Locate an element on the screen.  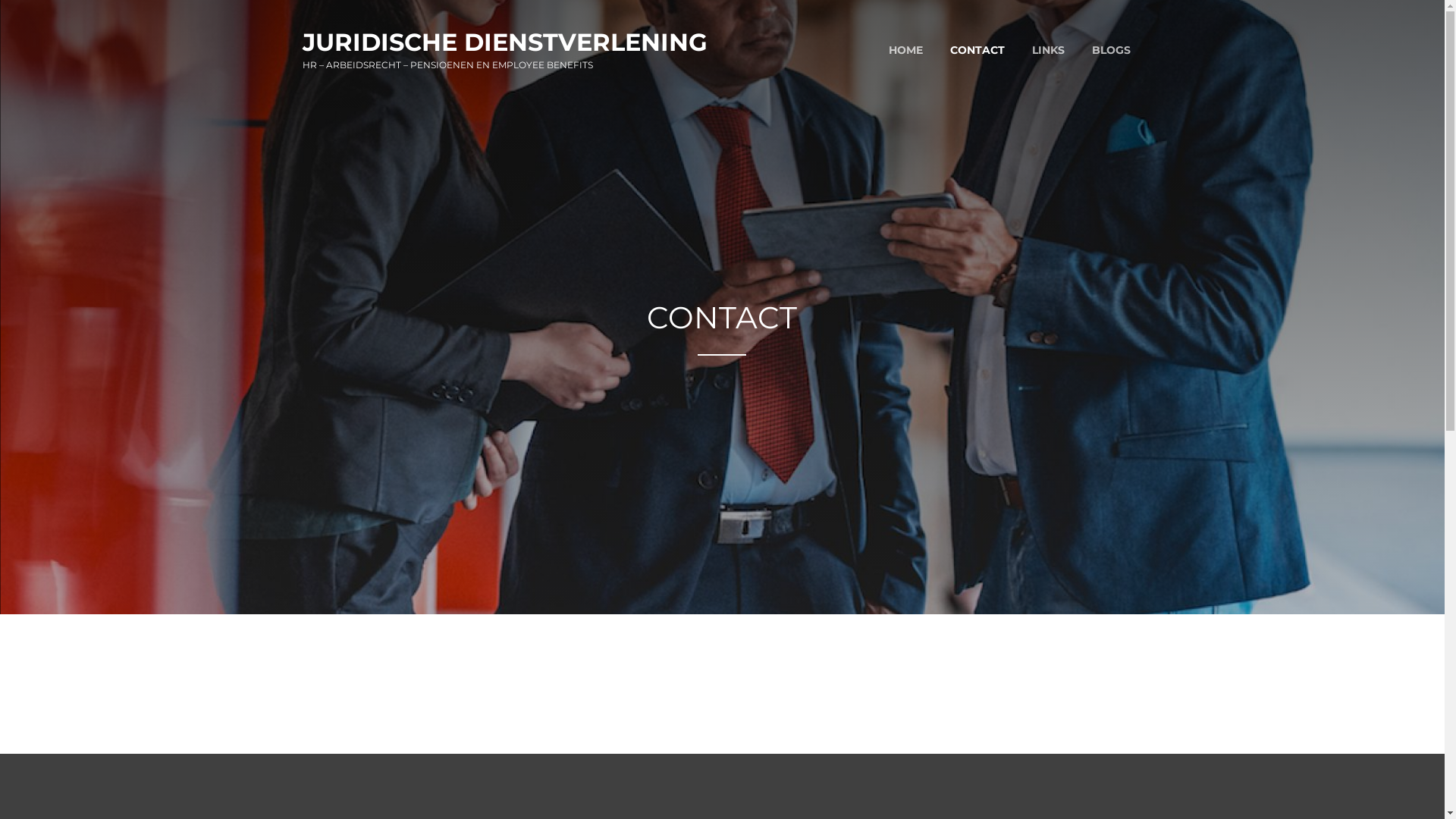
'LINKS' is located at coordinates (1046, 49).